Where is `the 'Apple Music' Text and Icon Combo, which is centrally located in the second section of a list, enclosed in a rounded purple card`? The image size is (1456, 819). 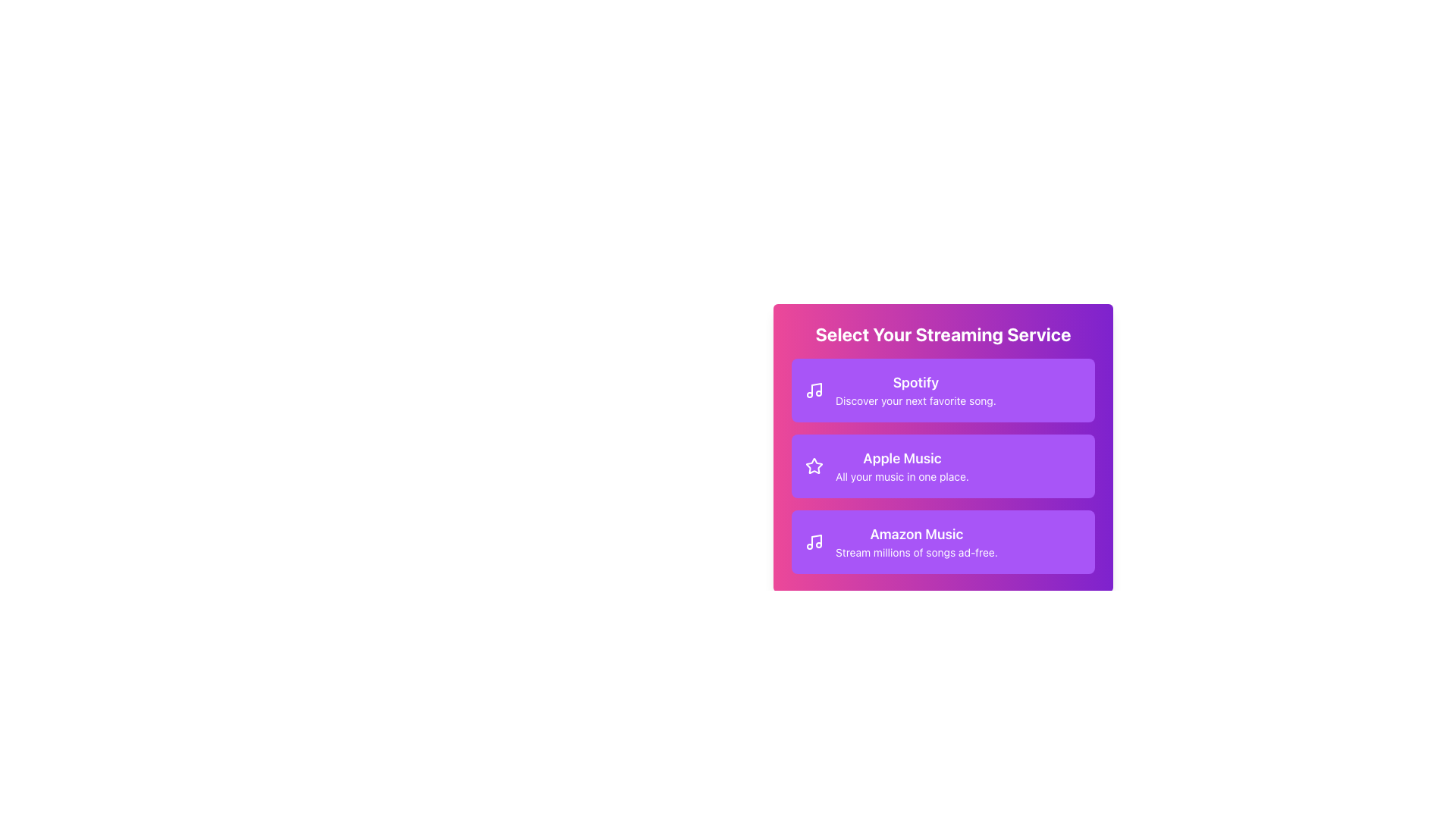 the 'Apple Music' Text and Icon Combo, which is centrally located in the second section of a list, enclosed in a rounded purple card is located at coordinates (887, 465).